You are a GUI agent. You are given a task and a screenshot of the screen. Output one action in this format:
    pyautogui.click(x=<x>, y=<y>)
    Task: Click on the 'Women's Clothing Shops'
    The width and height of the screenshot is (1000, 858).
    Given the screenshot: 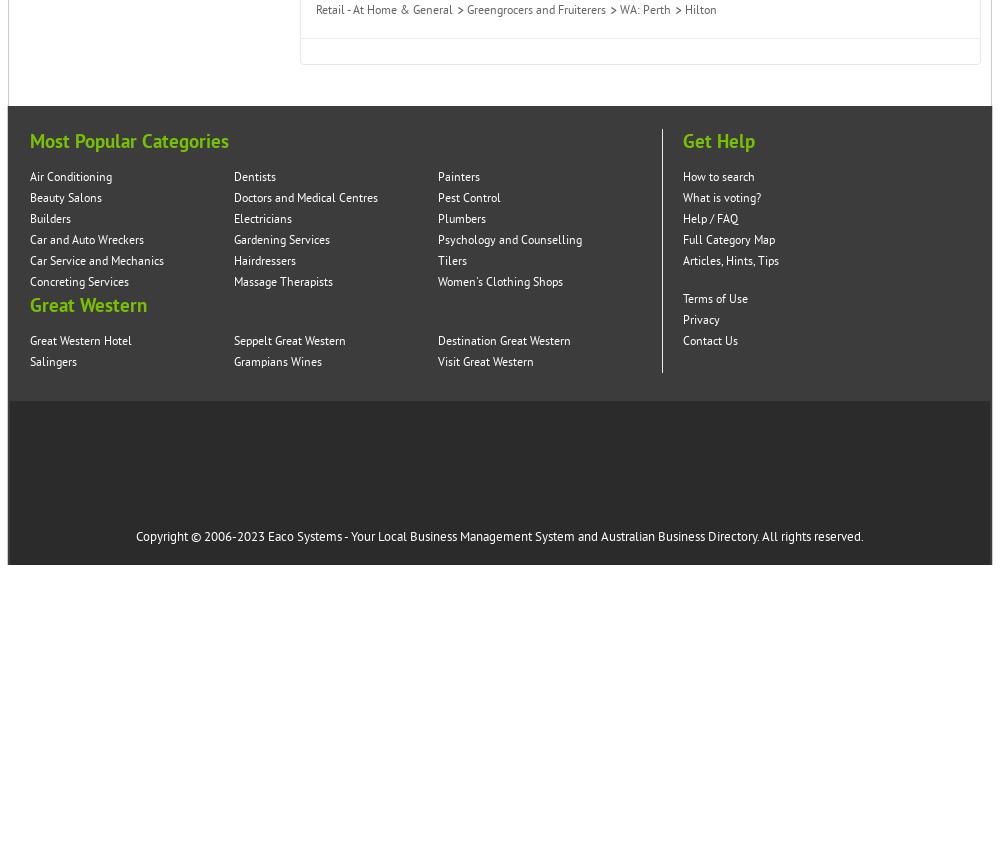 What is the action you would take?
    pyautogui.click(x=500, y=282)
    